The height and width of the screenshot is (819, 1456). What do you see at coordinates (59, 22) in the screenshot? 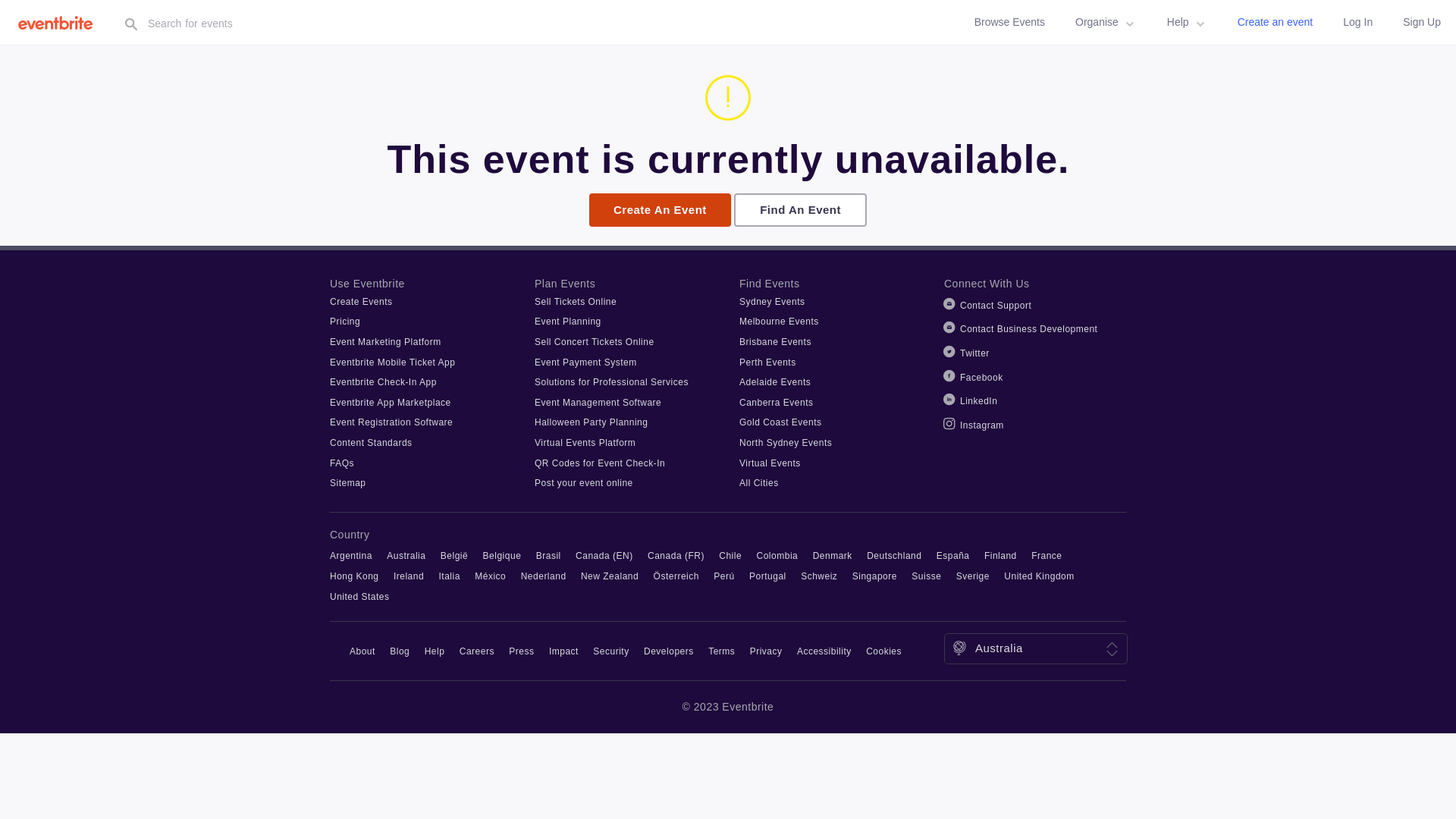
I see `'Eventbrite'` at bounding box center [59, 22].